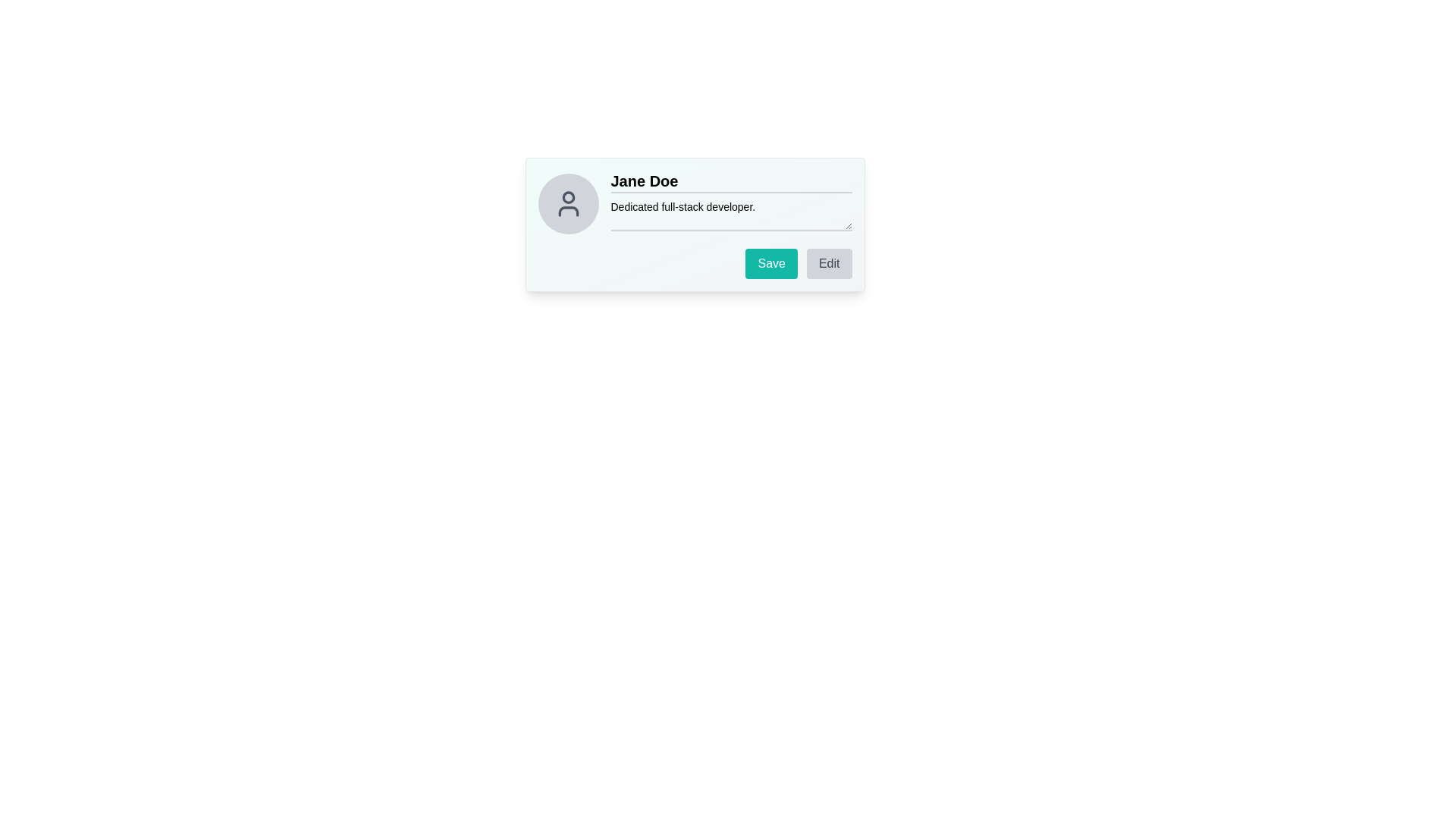  What do you see at coordinates (731, 215) in the screenshot?
I see `the text input field displaying the placeholder text 'Dedicated full-stack developer.' located below 'Jane Doe'` at bounding box center [731, 215].